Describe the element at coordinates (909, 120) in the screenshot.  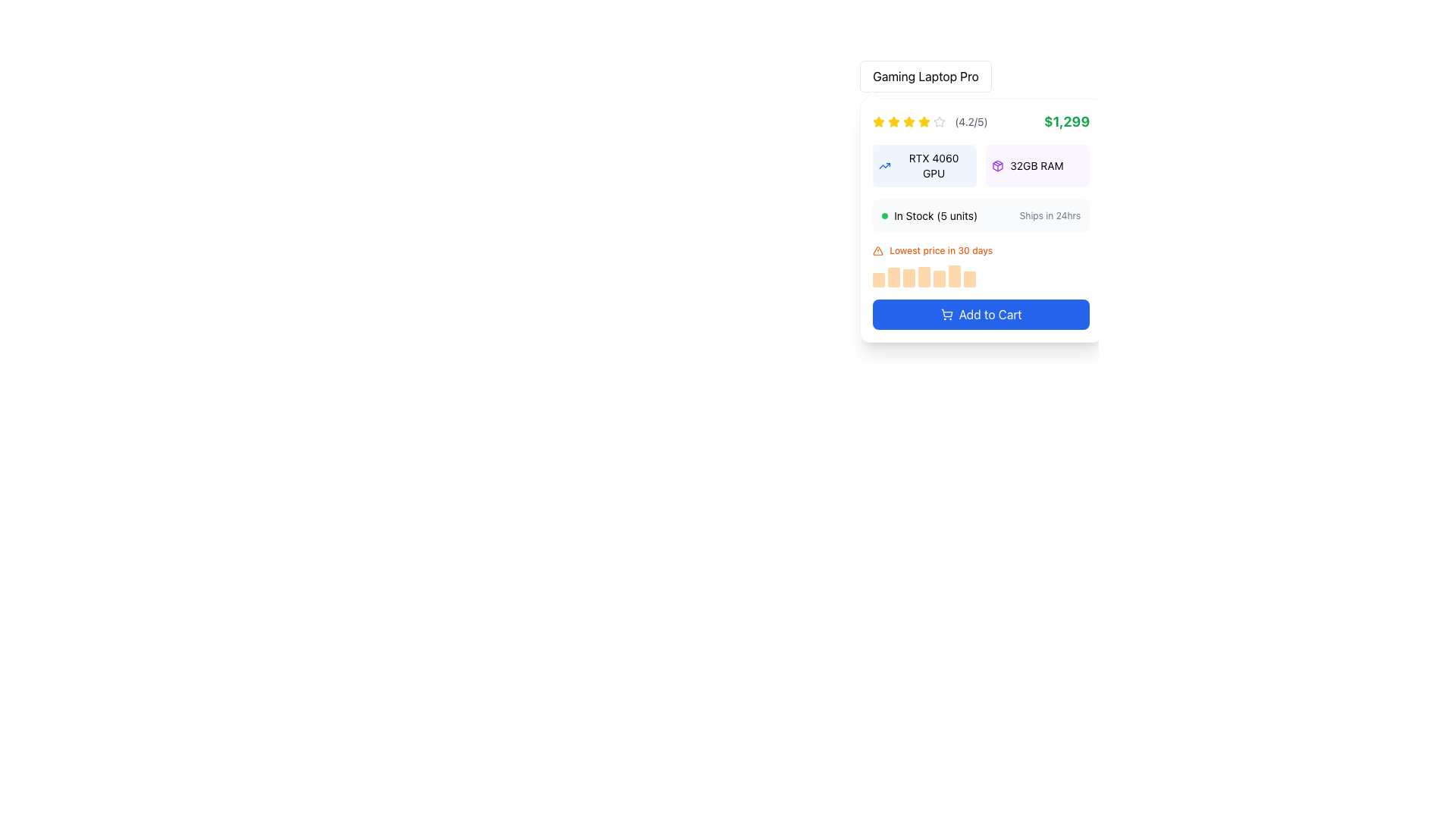
I see `the third star in the rating component, which serves as a visual cue for user reviews or ratings for the product` at that location.